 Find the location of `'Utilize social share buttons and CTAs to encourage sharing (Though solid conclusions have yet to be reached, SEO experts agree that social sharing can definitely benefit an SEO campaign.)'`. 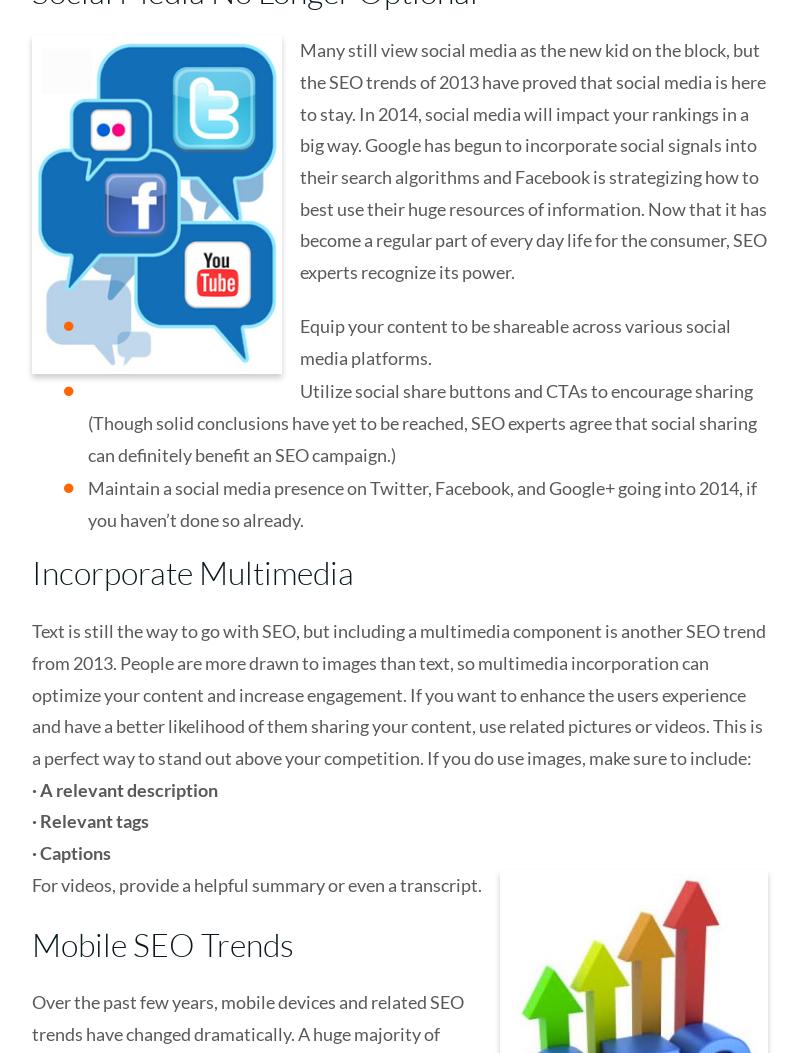

'Utilize social share buttons and CTAs to encourage sharing (Though solid conclusions have yet to be reached, SEO experts agree that social sharing can definitely benefit an SEO campaign.)' is located at coordinates (422, 422).